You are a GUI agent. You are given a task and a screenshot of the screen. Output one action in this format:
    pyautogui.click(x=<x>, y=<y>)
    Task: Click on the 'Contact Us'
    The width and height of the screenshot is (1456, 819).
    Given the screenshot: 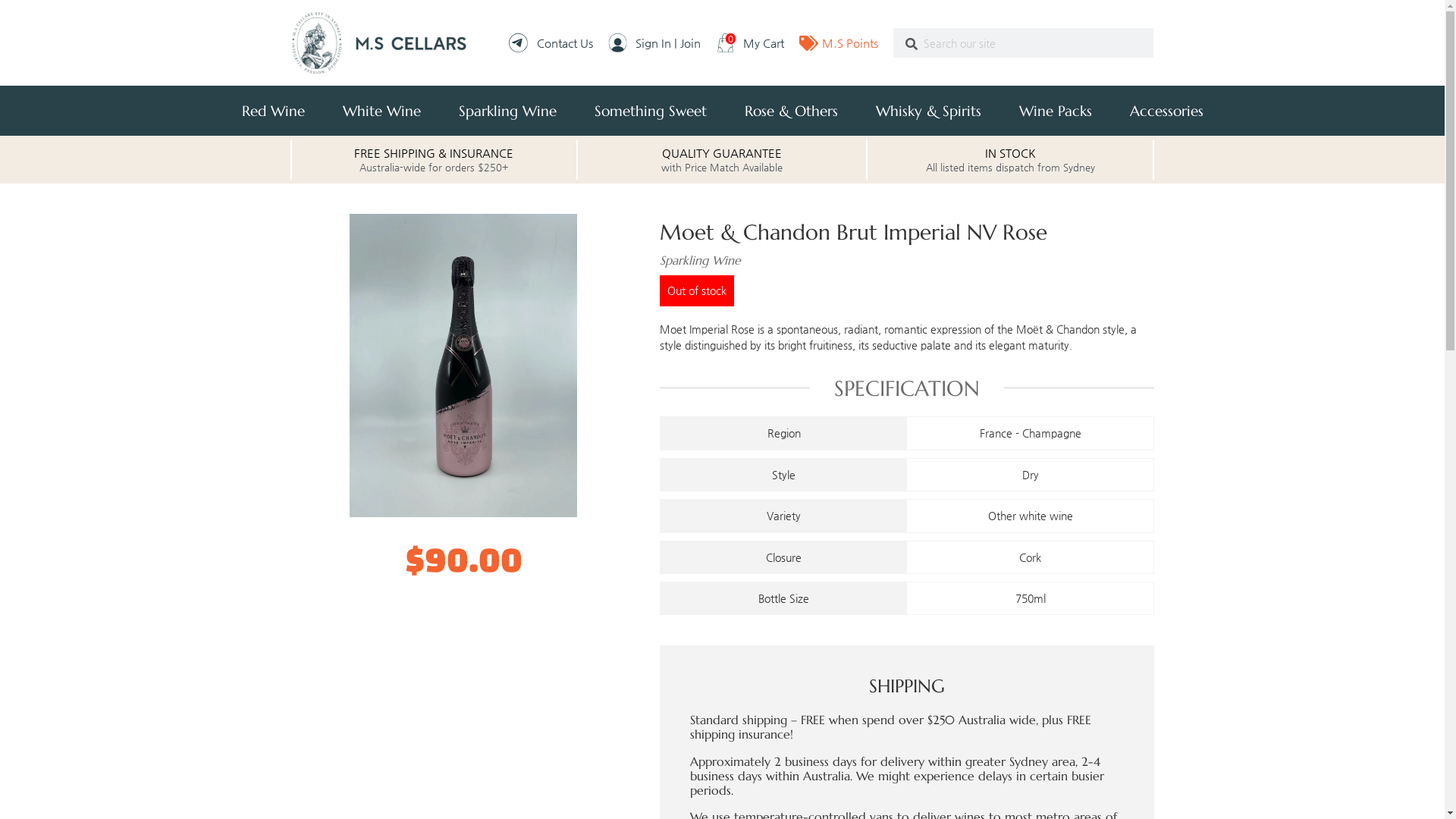 What is the action you would take?
    pyautogui.click(x=549, y=42)
    